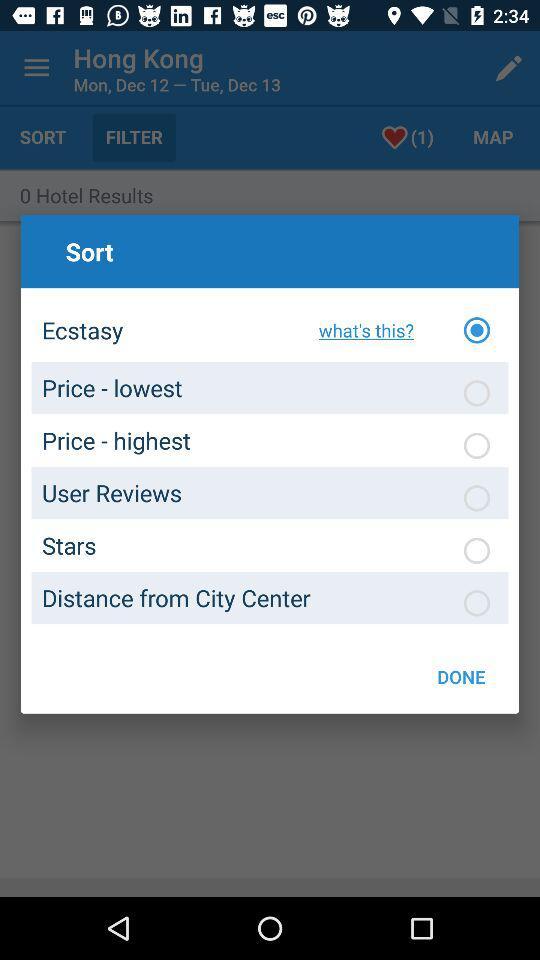 Image resolution: width=540 pixels, height=960 pixels. Describe the element at coordinates (475, 445) in the screenshot. I see `choose bubble under sort` at that location.